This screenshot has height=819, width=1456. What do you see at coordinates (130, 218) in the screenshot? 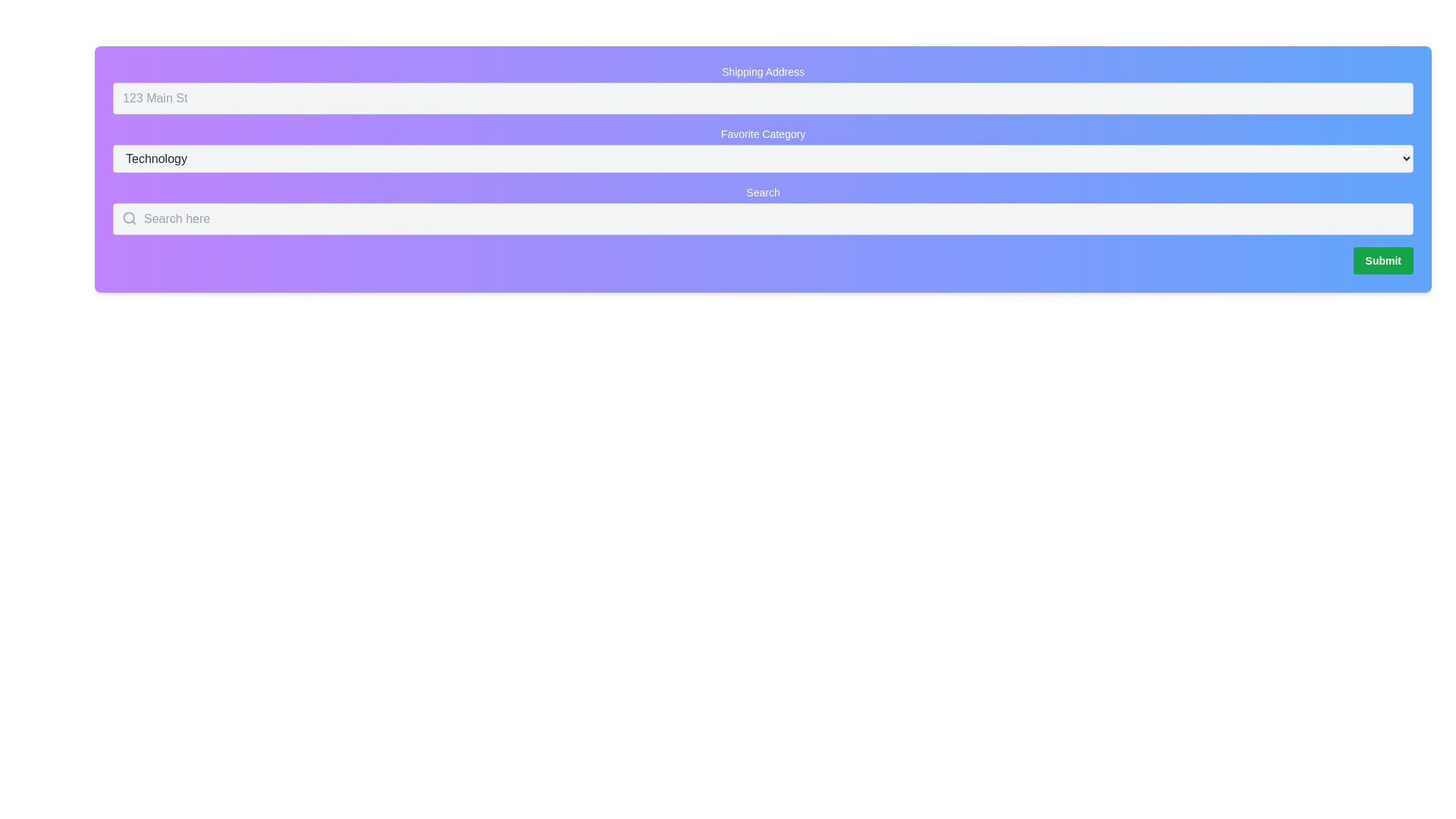
I see `the magnifying glass icon located to the left of the 'Search here' text input field` at bounding box center [130, 218].